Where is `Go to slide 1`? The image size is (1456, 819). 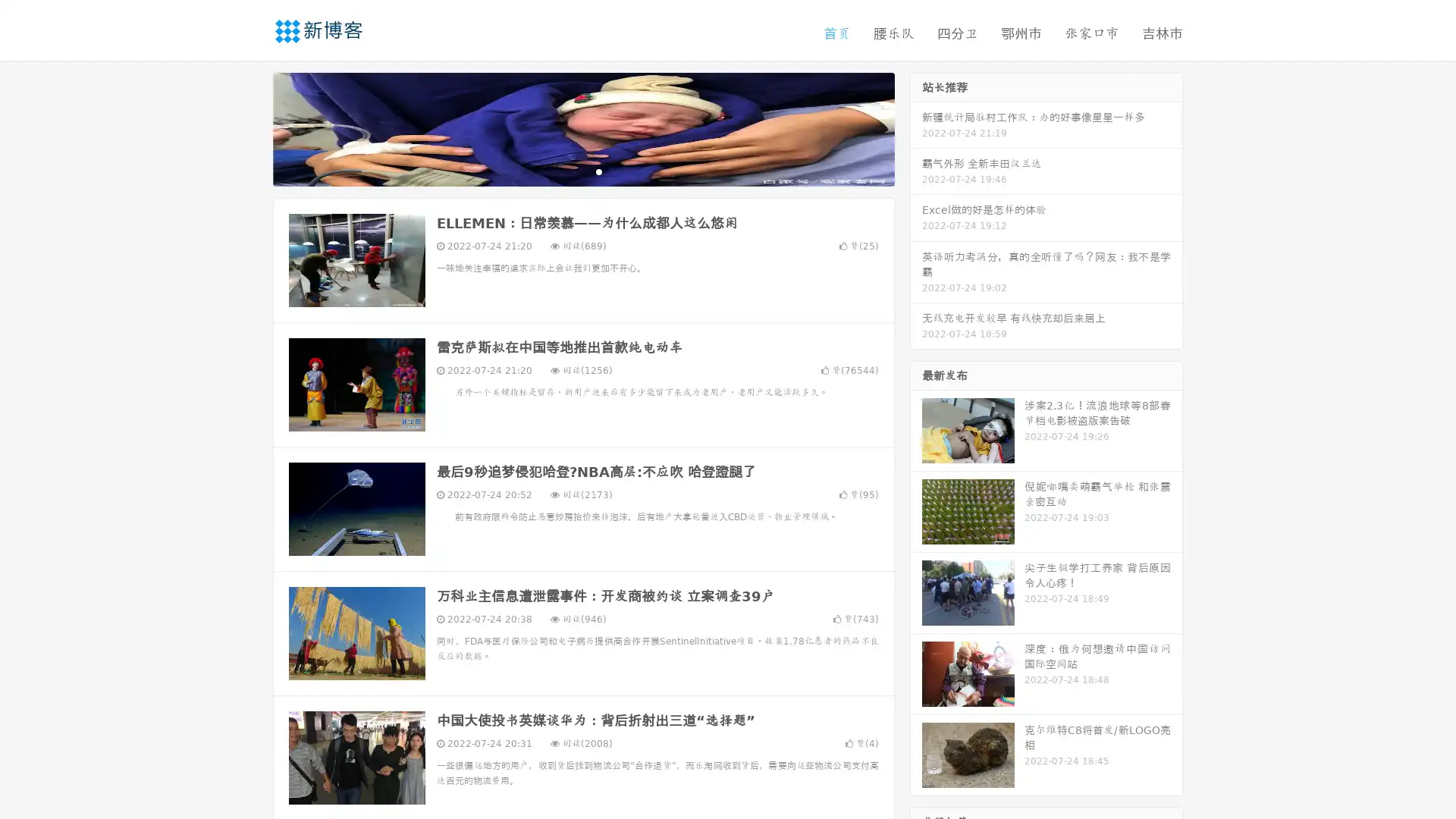
Go to slide 1 is located at coordinates (567, 171).